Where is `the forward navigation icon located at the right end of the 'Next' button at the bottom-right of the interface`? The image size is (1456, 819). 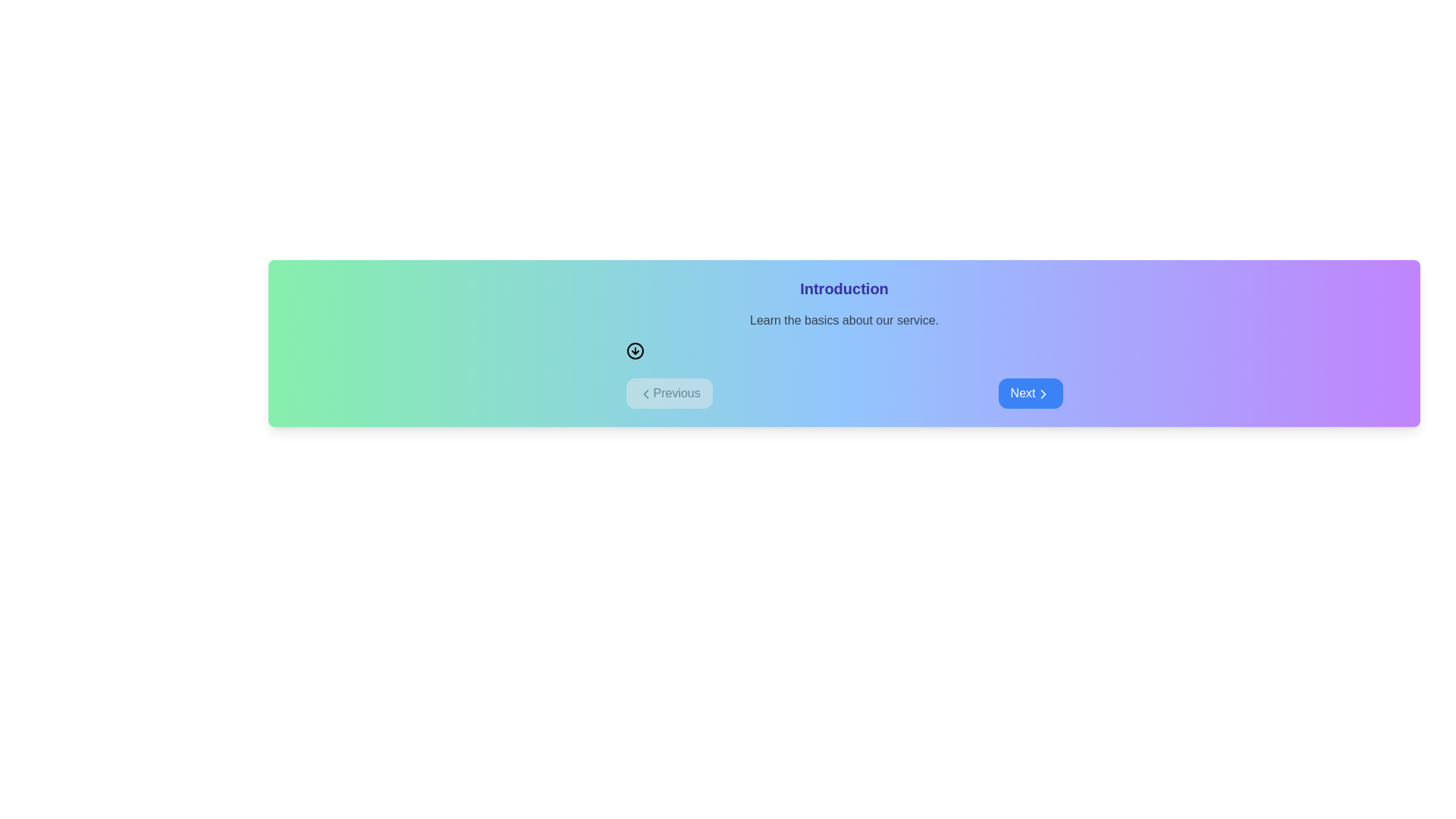 the forward navigation icon located at the right end of the 'Next' button at the bottom-right of the interface is located at coordinates (1042, 393).